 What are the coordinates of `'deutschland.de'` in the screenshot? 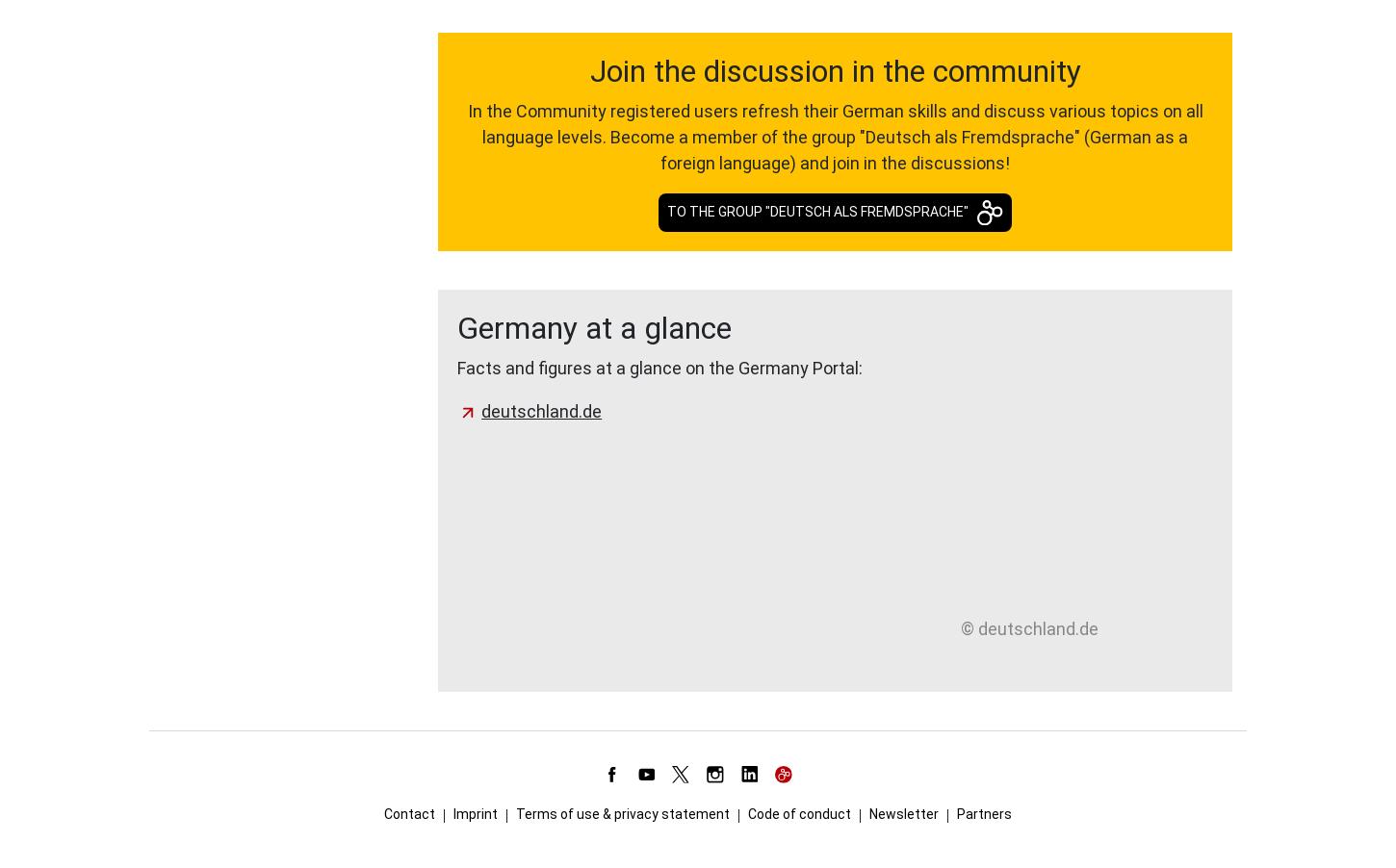 It's located at (541, 411).